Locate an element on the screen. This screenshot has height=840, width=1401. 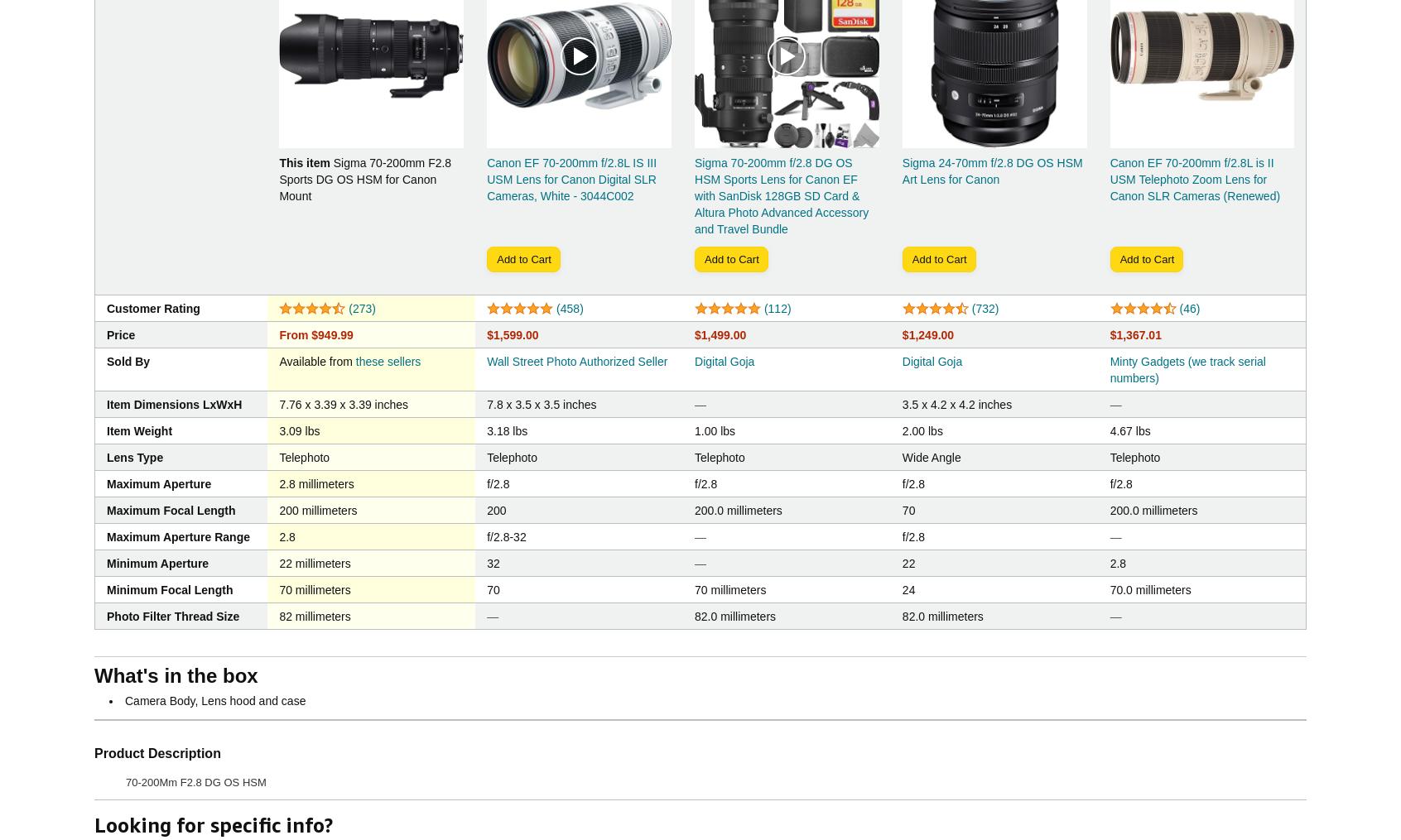
'Item Weight' is located at coordinates (138, 430).